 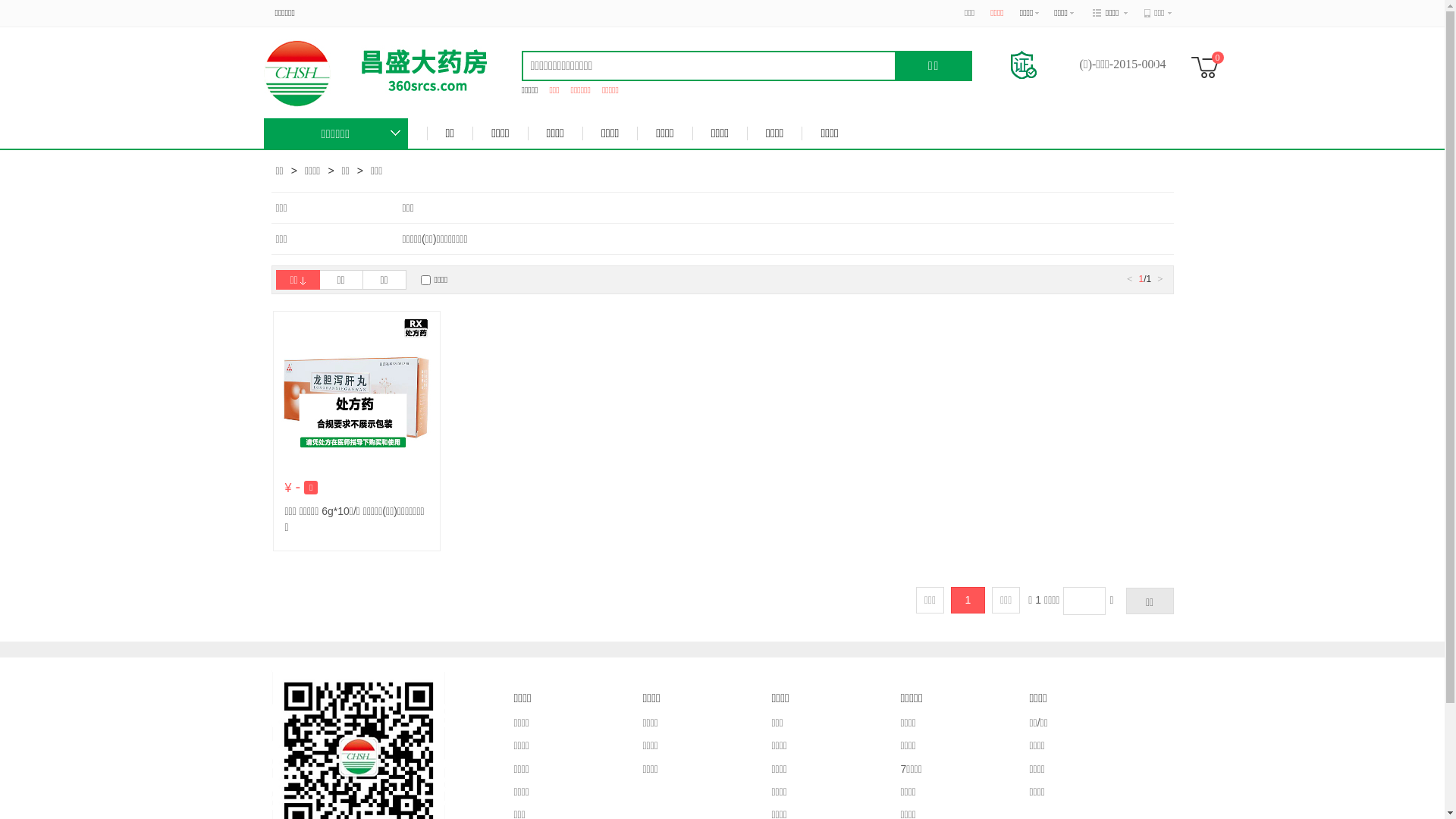 I want to click on '<', so click(x=1129, y=278).